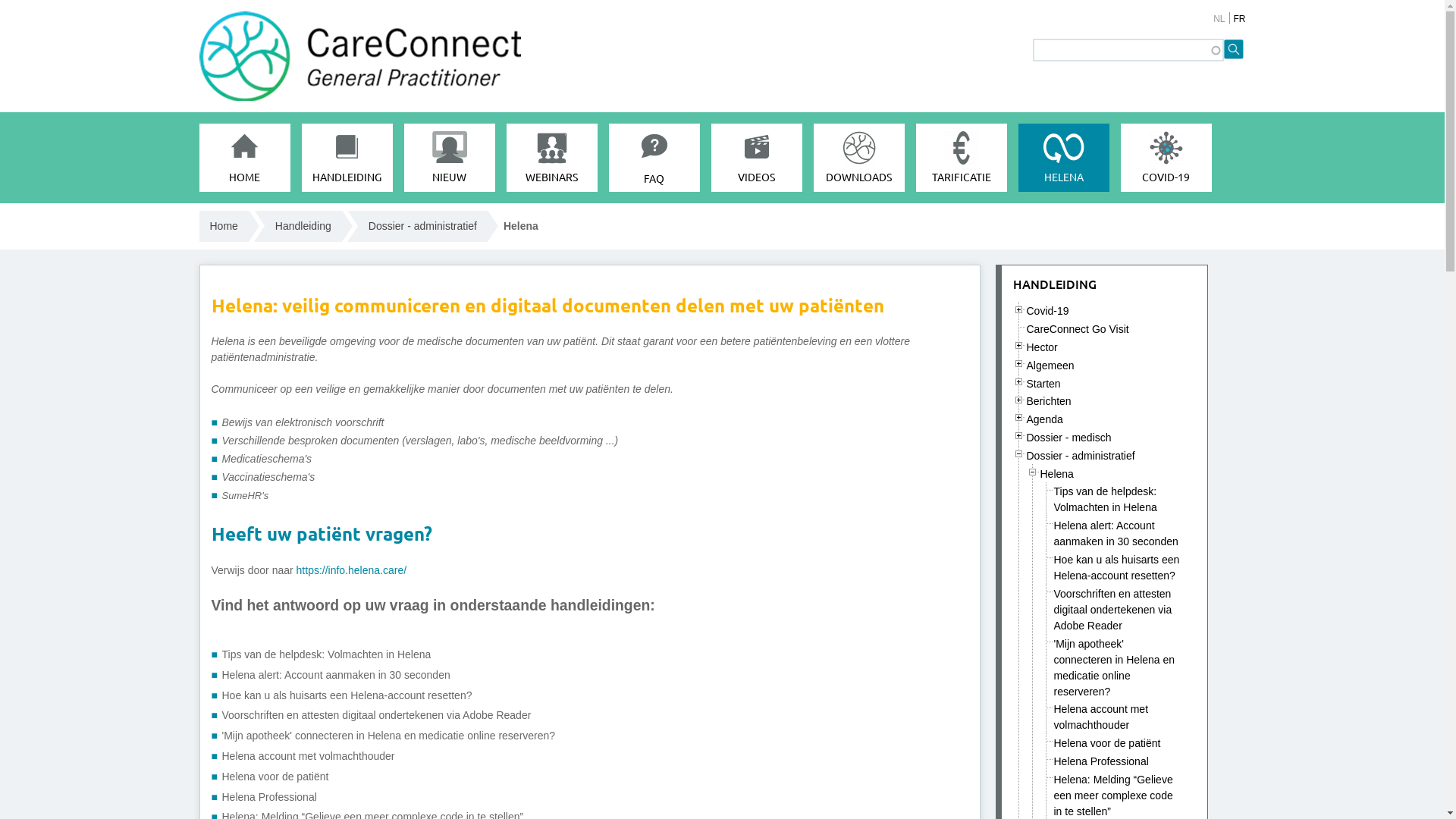 Image resolution: width=1456 pixels, height=819 pixels. Describe the element at coordinates (1053, 717) in the screenshot. I see `'Helena account met volmachthouder'` at that location.